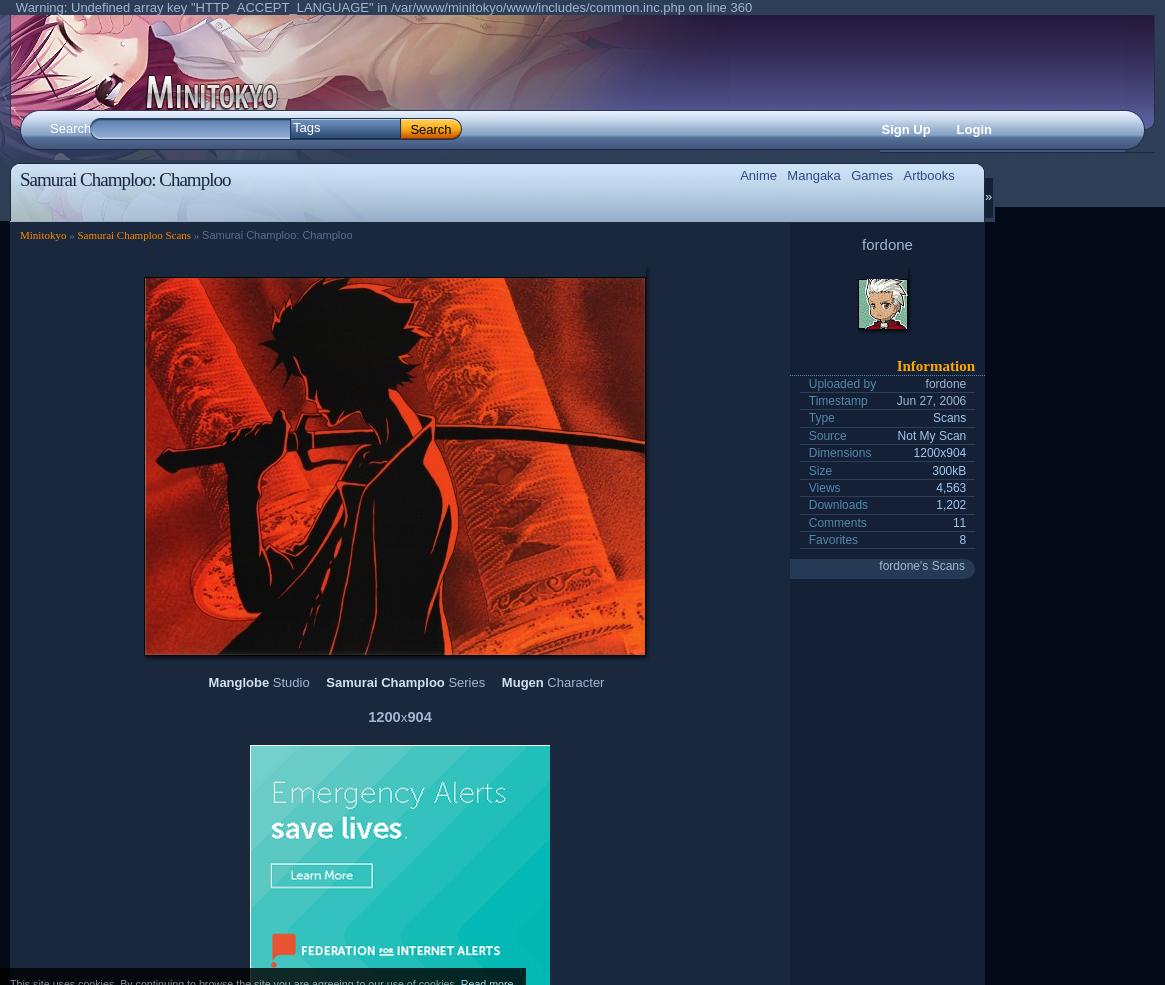 This screenshot has height=985, width=1165. I want to click on 'Members', so click(322, 199).